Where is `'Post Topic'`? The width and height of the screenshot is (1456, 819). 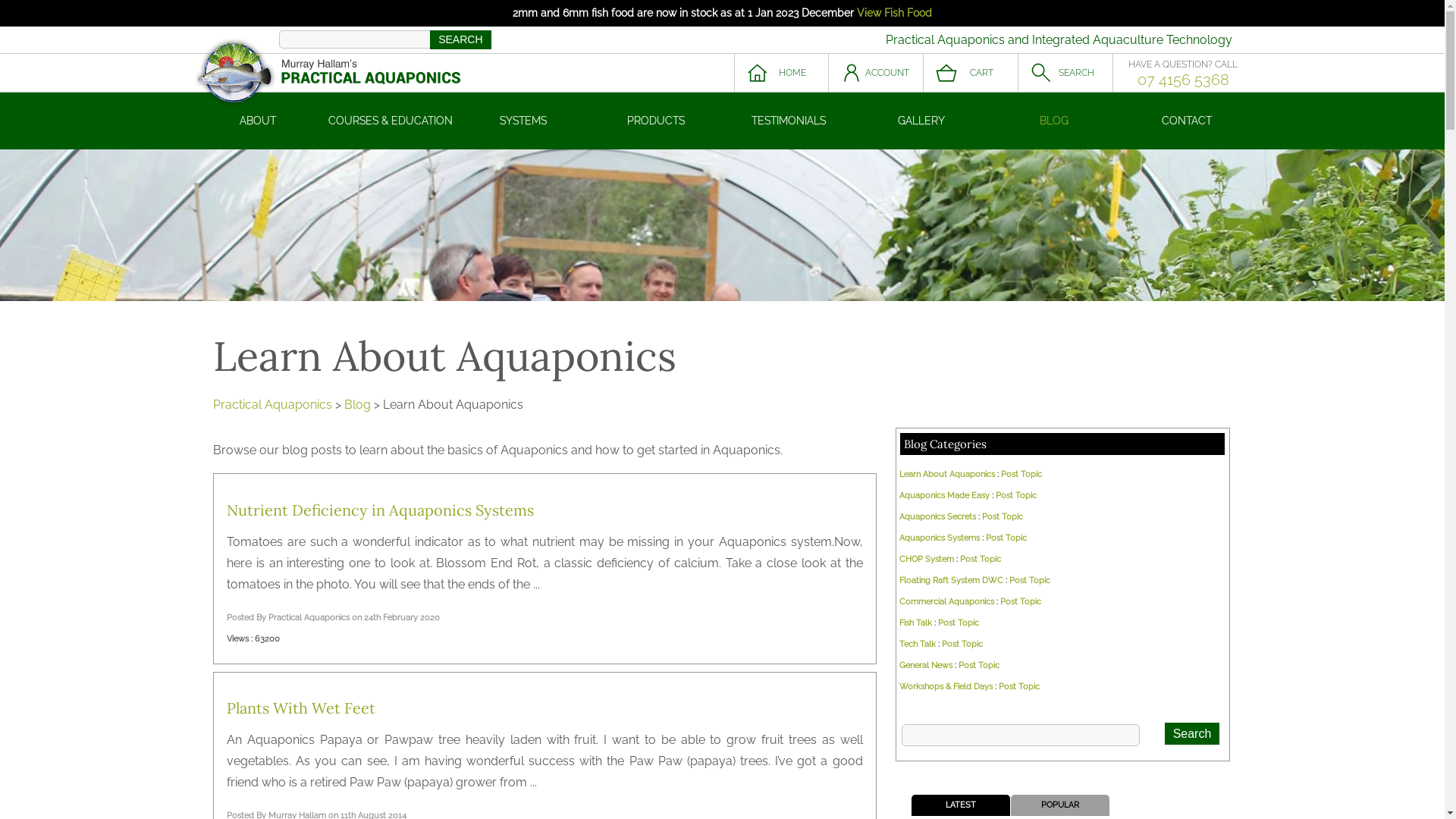 'Post Topic' is located at coordinates (1021, 473).